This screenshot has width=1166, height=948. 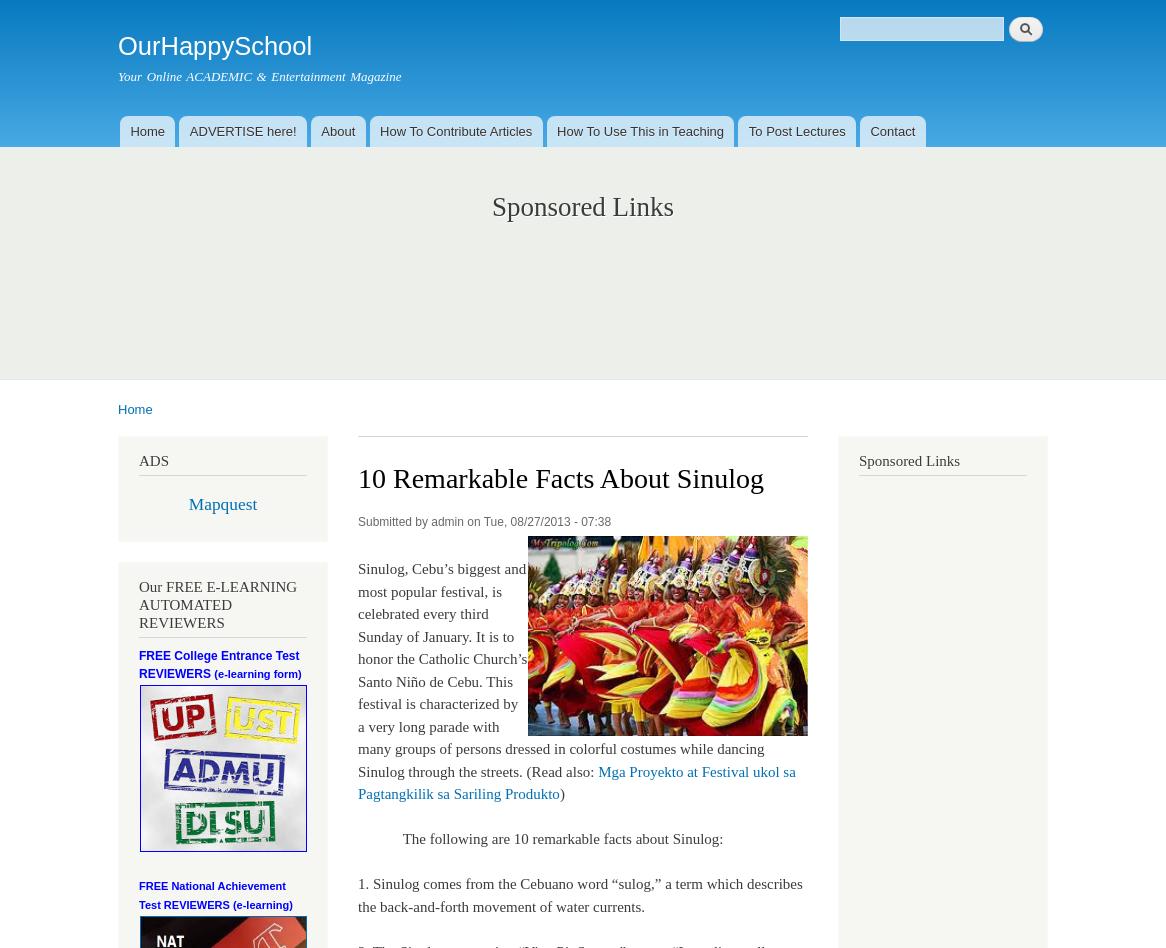 I want to click on 'Our FREE E-LEARNING AUTOMATED REVIEWERS', so click(x=217, y=604).